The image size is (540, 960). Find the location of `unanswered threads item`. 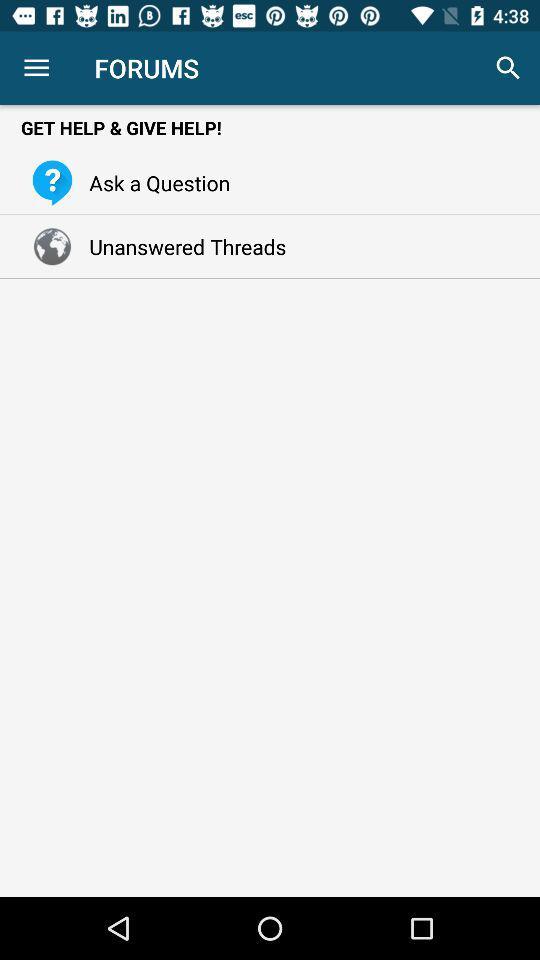

unanswered threads item is located at coordinates (182, 245).